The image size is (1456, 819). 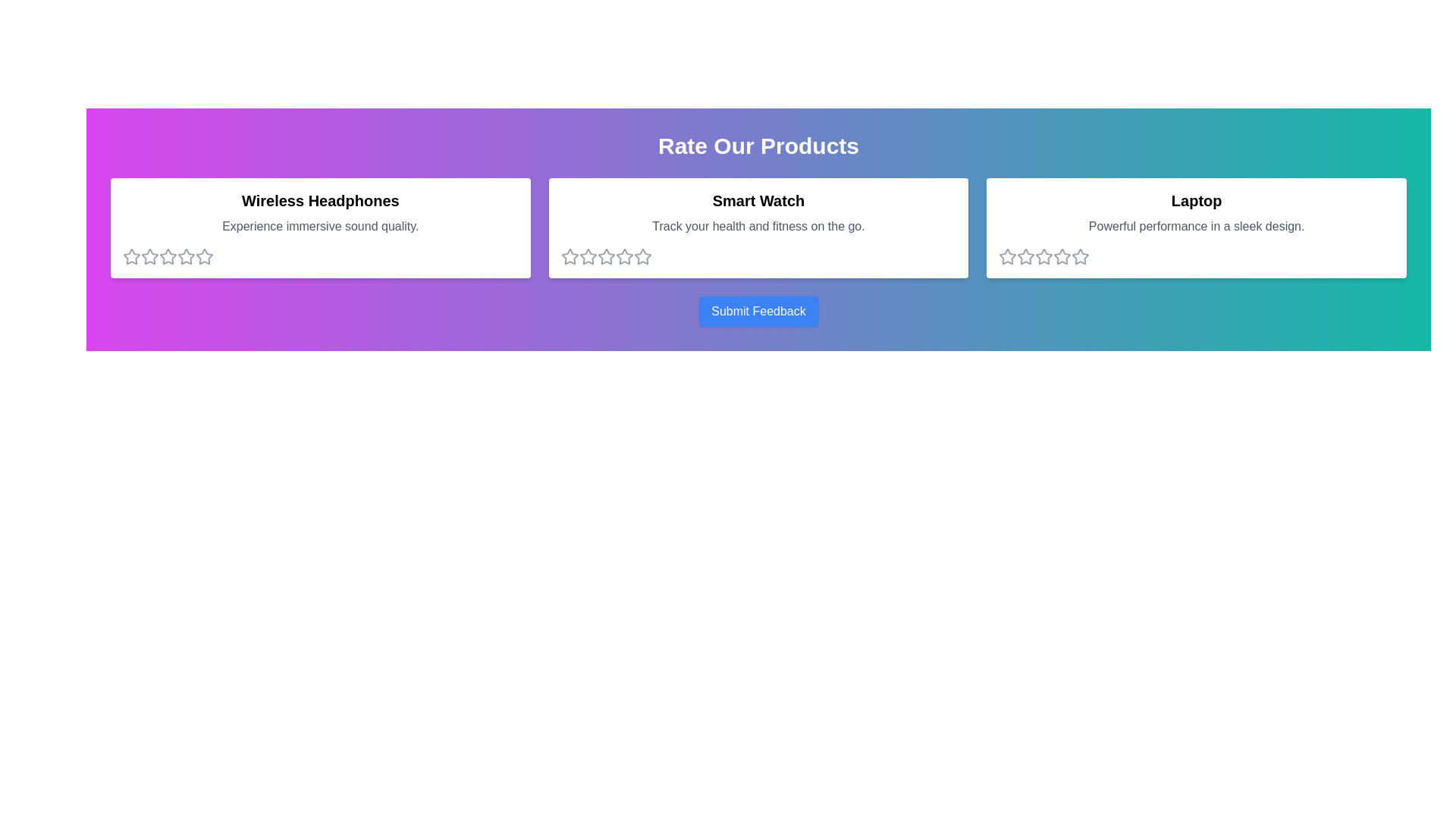 I want to click on the star corresponding to 3 stars to preview the rating, so click(x=168, y=256).